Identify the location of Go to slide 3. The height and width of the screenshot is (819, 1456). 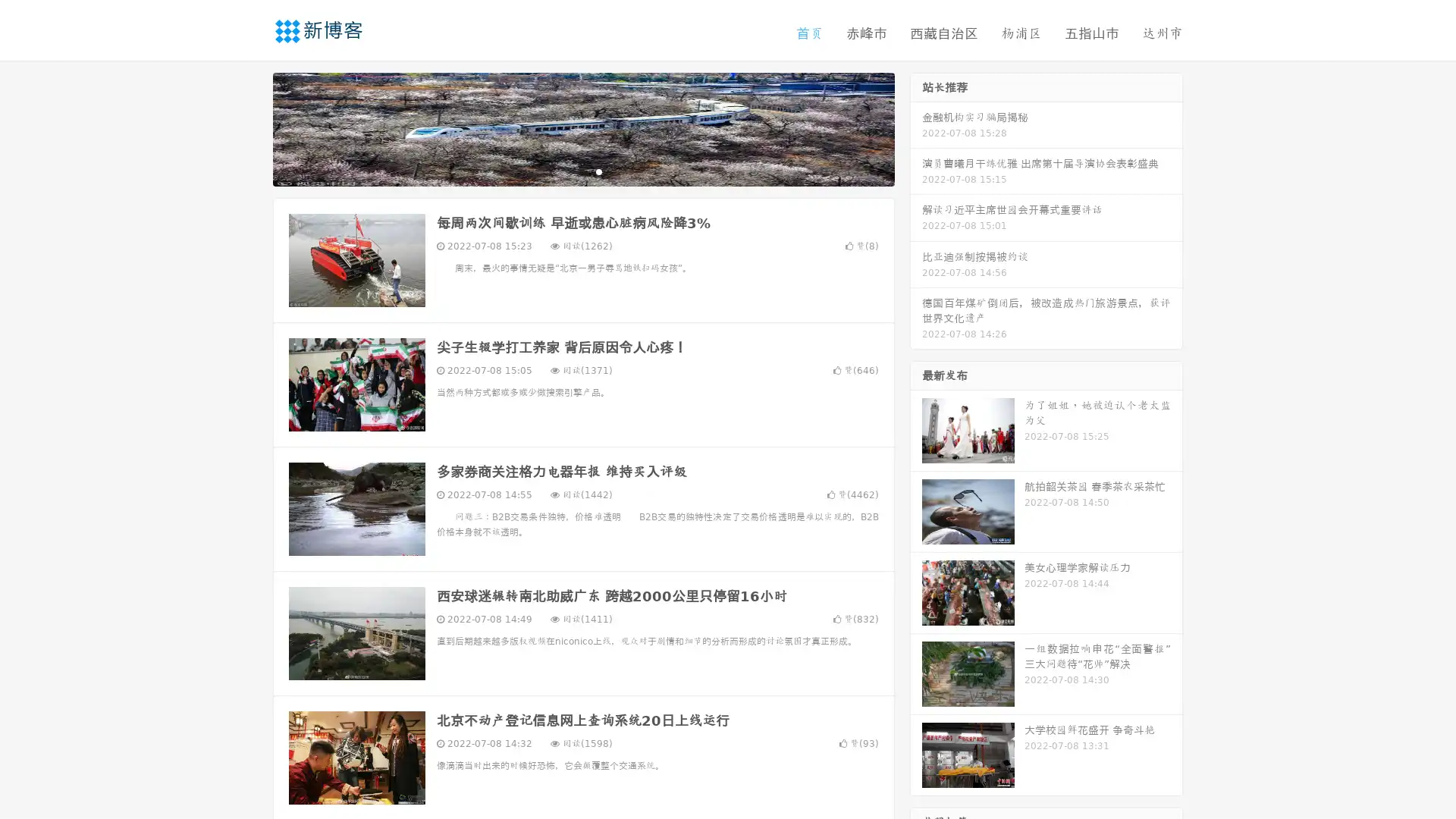
(598, 171).